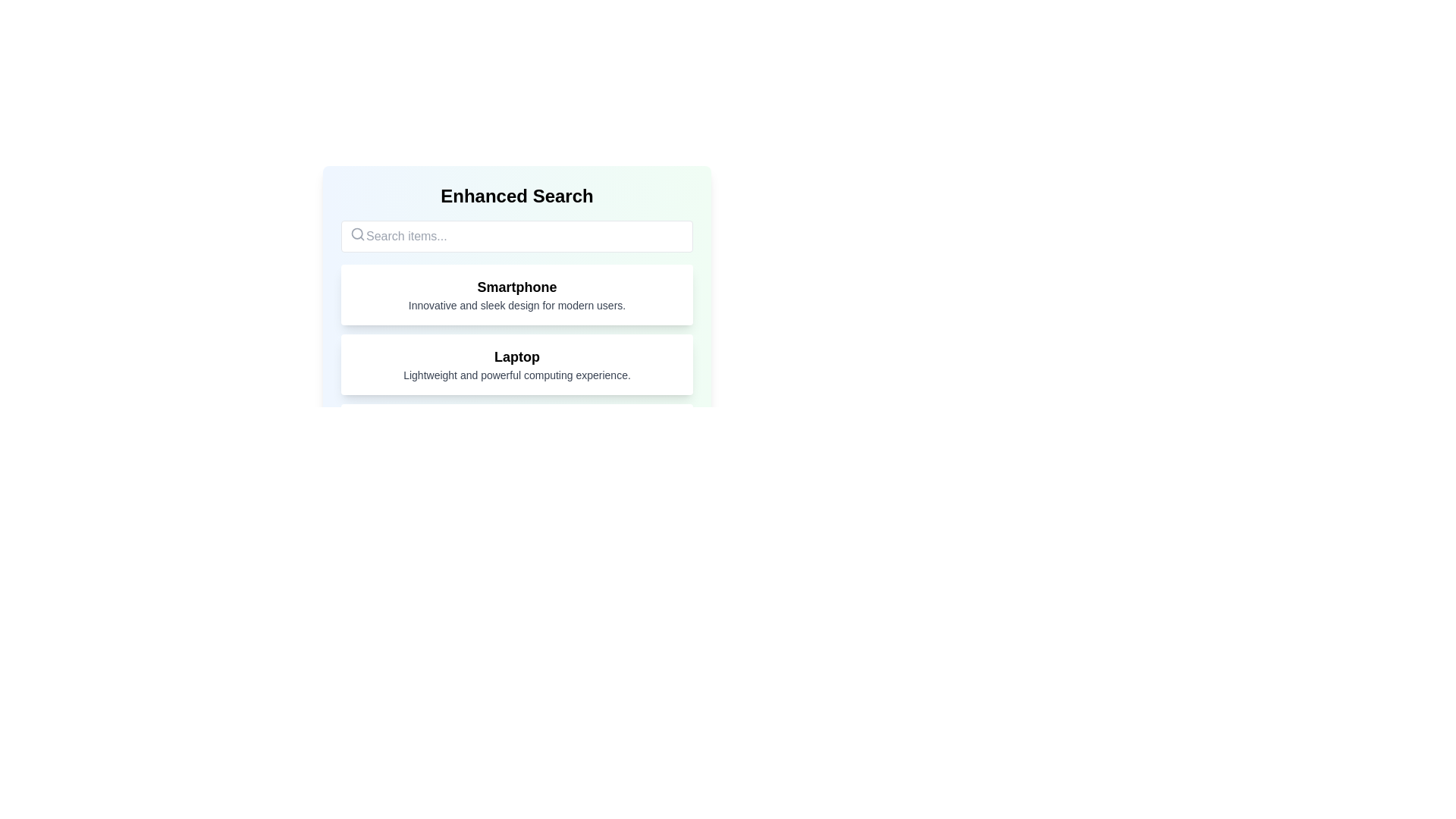 The image size is (1456, 819). I want to click on the search input bar located below the 'Enhanced Search' title to focus on it, so click(516, 237).